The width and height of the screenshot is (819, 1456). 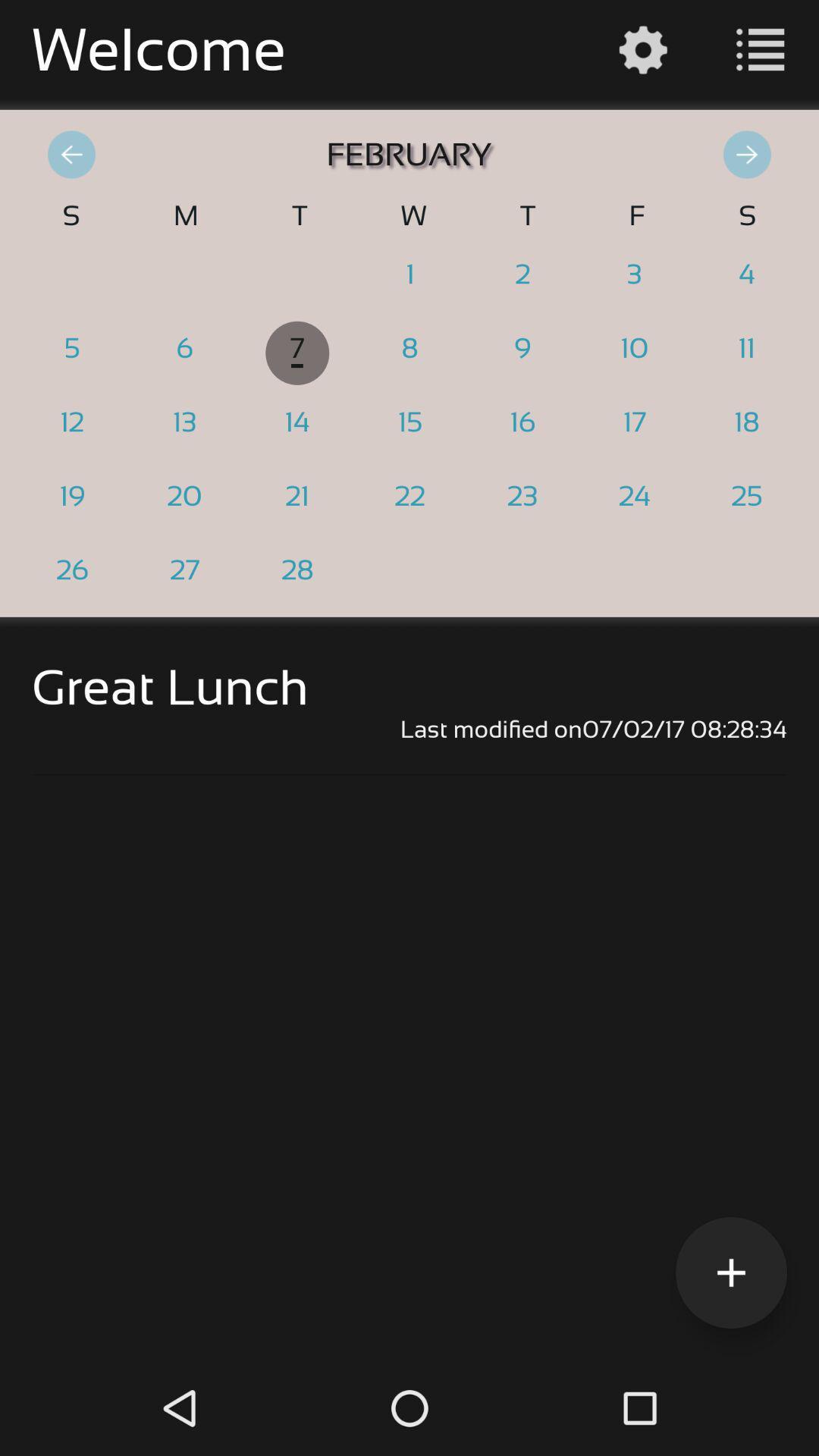 What do you see at coordinates (730, 1272) in the screenshot?
I see `the add icon` at bounding box center [730, 1272].